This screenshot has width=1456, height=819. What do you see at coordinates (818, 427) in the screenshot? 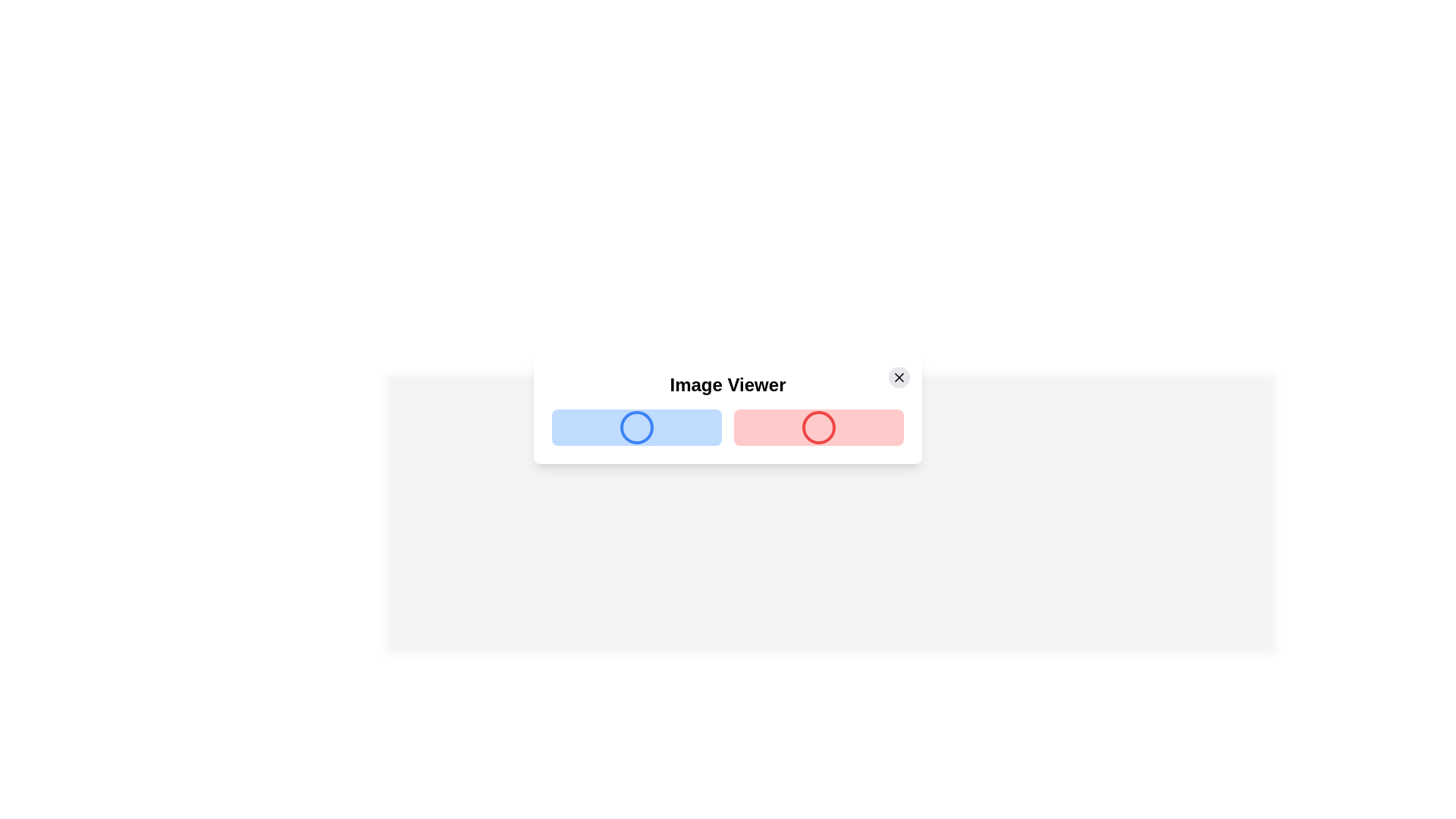
I see `the red outlined circular icon inside the second red rectangular button, located below the 'Image Viewer' text` at bounding box center [818, 427].